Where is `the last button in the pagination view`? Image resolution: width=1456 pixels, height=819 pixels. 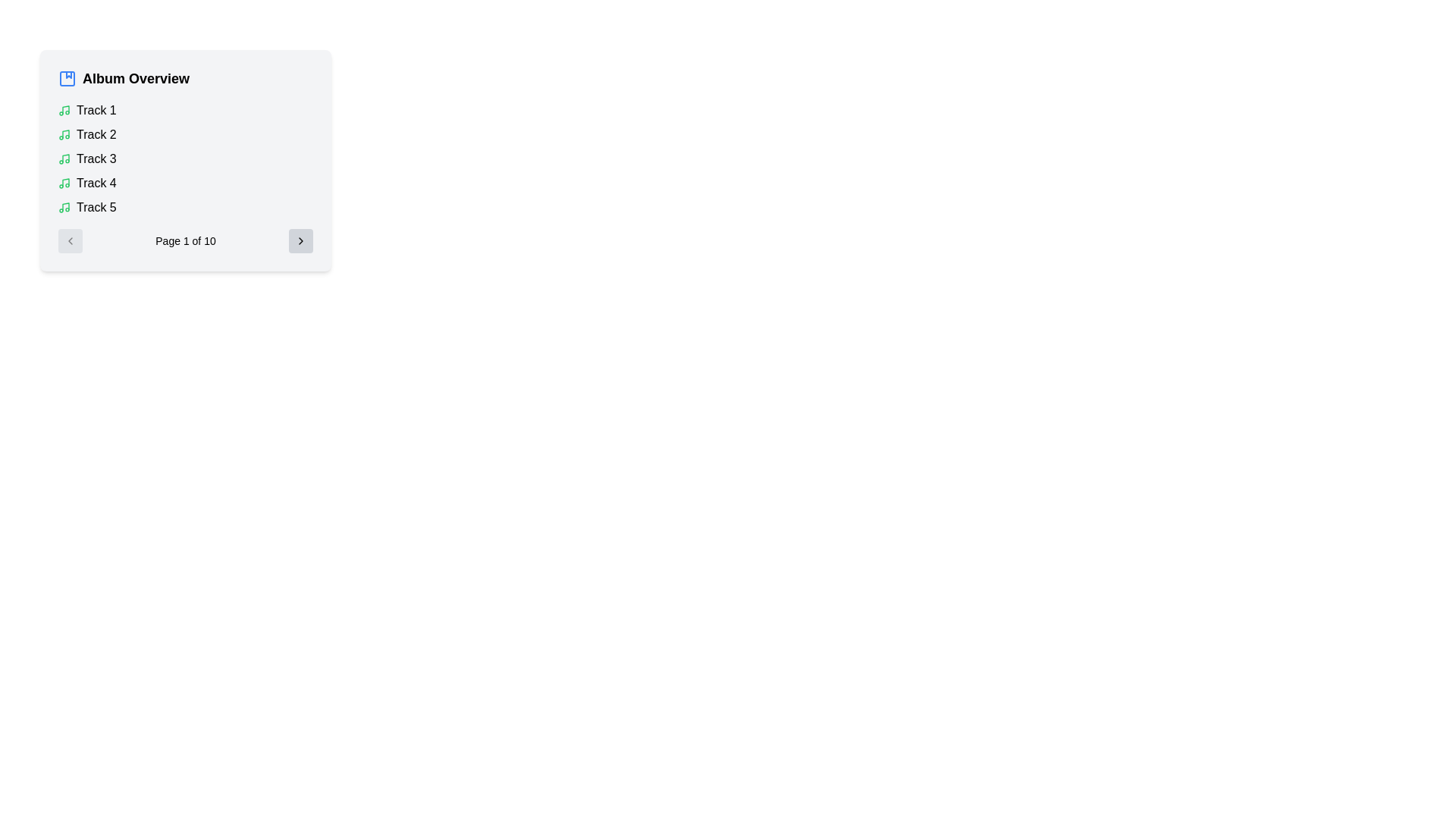 the last button in the pagination view is located at coordinates (301, 240).